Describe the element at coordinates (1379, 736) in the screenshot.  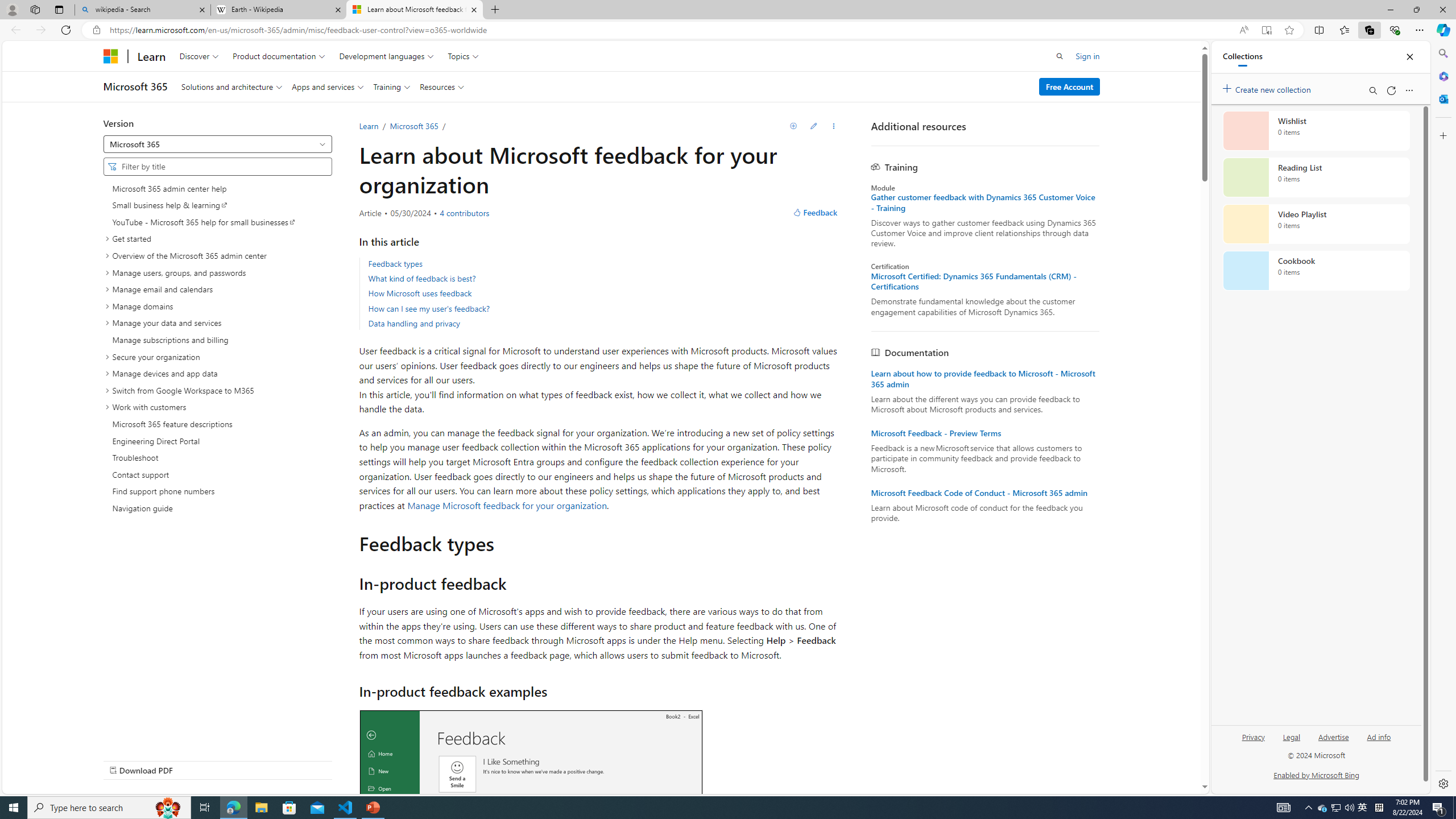
I see `'Ad info'` at that location.